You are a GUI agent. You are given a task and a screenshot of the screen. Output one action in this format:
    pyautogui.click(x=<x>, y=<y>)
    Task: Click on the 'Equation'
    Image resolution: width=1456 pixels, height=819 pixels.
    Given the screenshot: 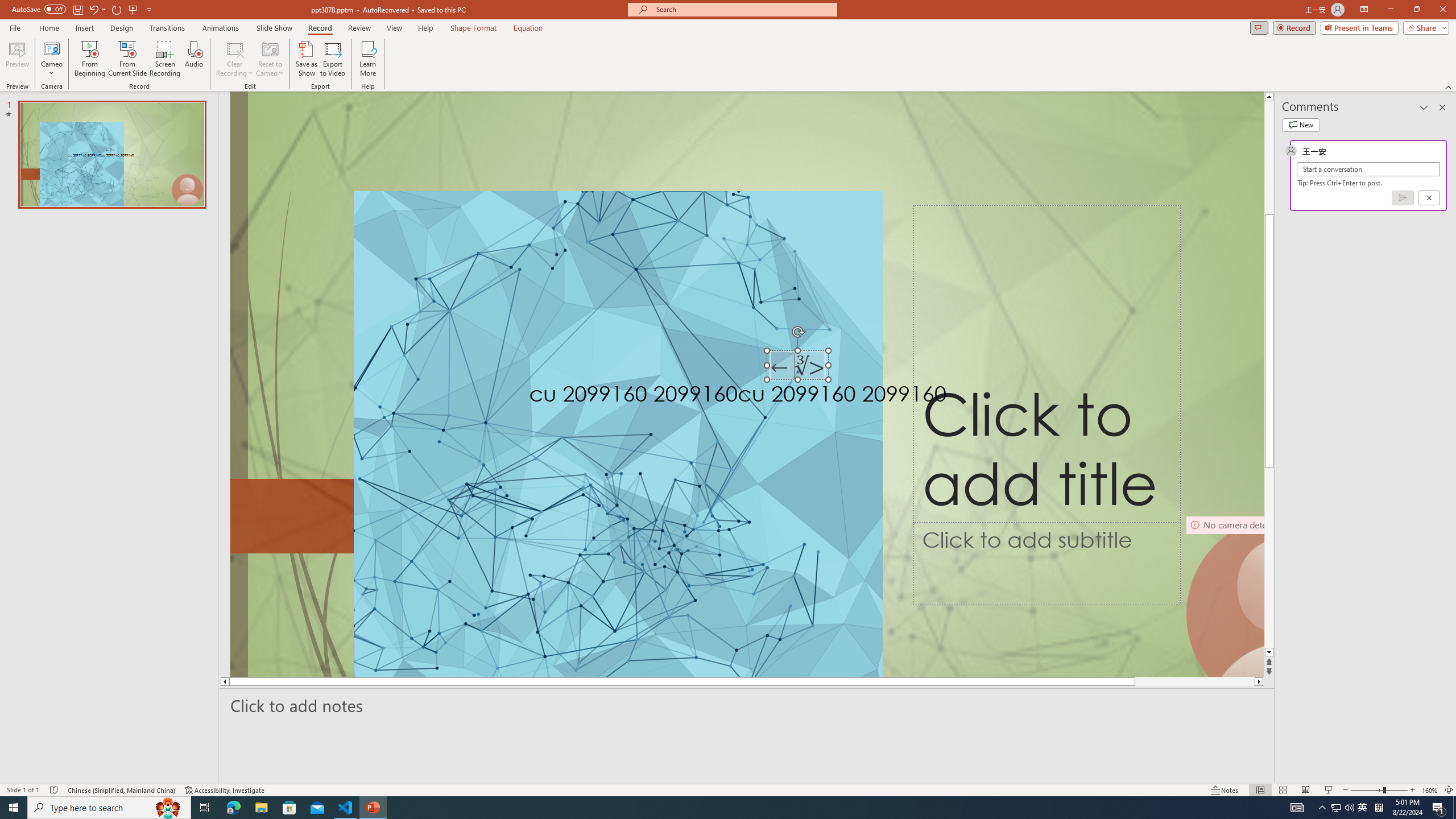 What is the action you would take?
    pyautogui.click(x=528, y=28)
    